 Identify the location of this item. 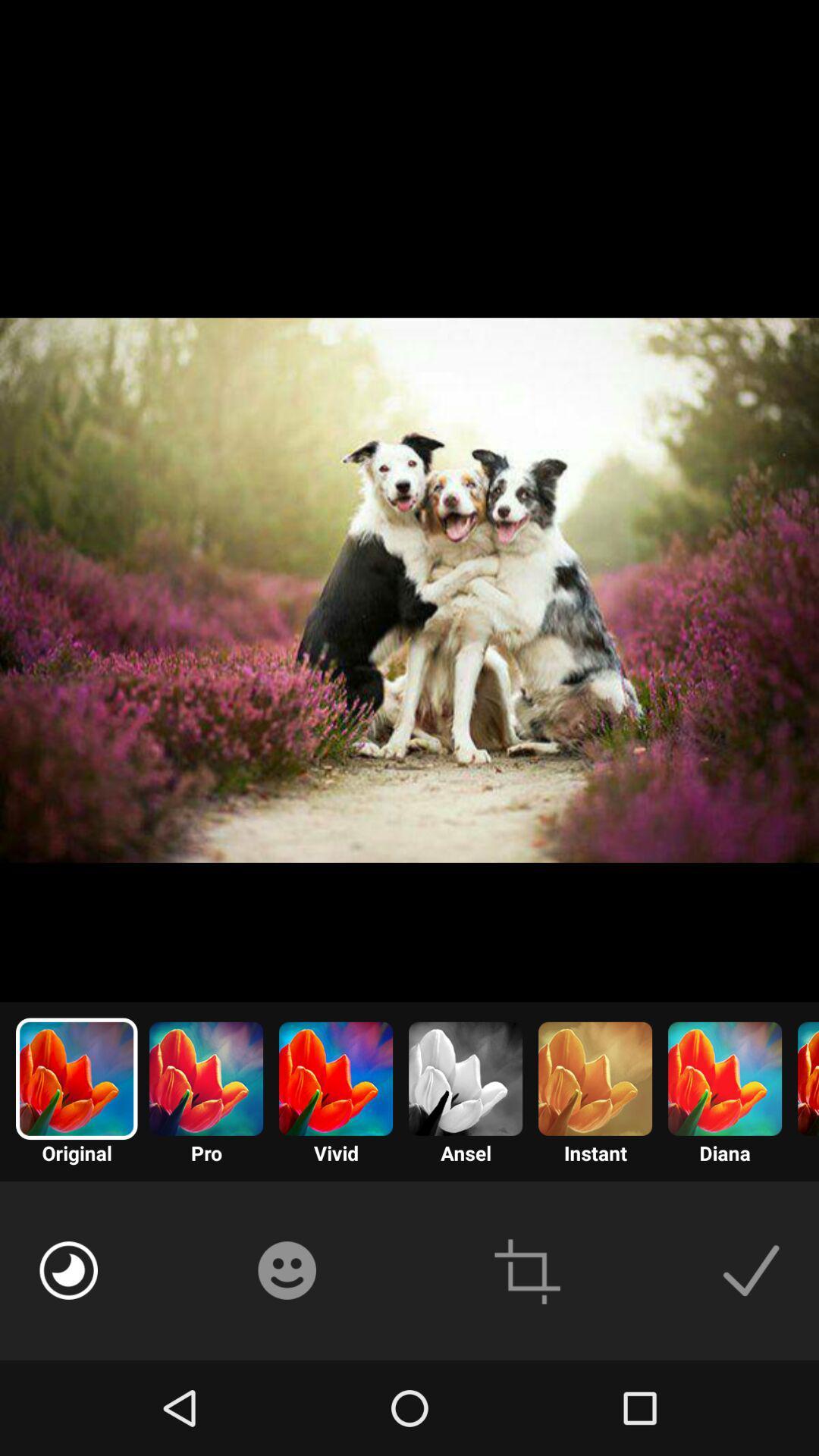
(751, 1270).